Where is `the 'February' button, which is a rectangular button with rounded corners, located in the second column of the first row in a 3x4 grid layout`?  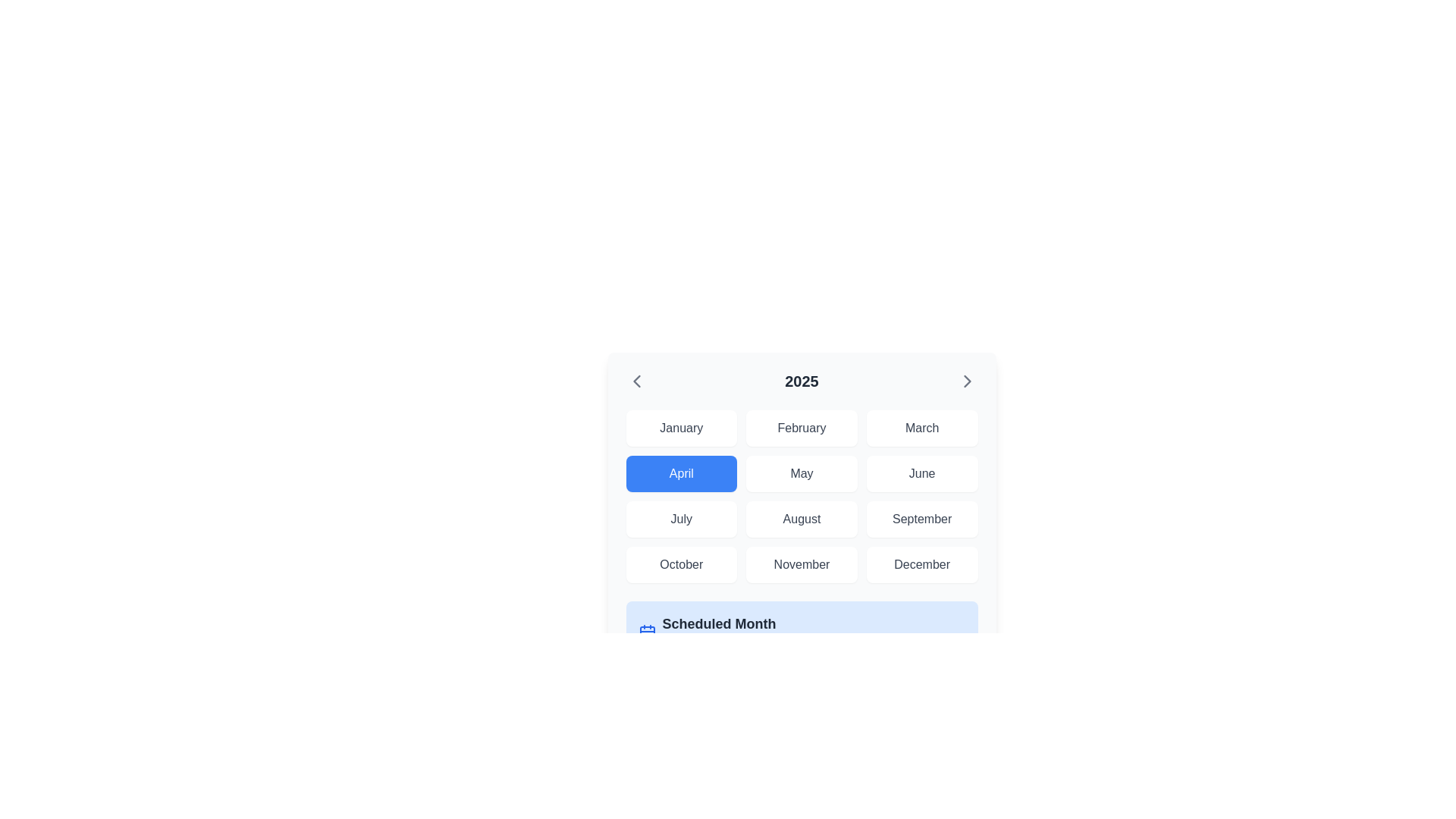
the 'February' button, which is a rectangular button with rounded corners, located in the second column of the first row in a 3x4 grid layout is located at coordinates (801, 428).